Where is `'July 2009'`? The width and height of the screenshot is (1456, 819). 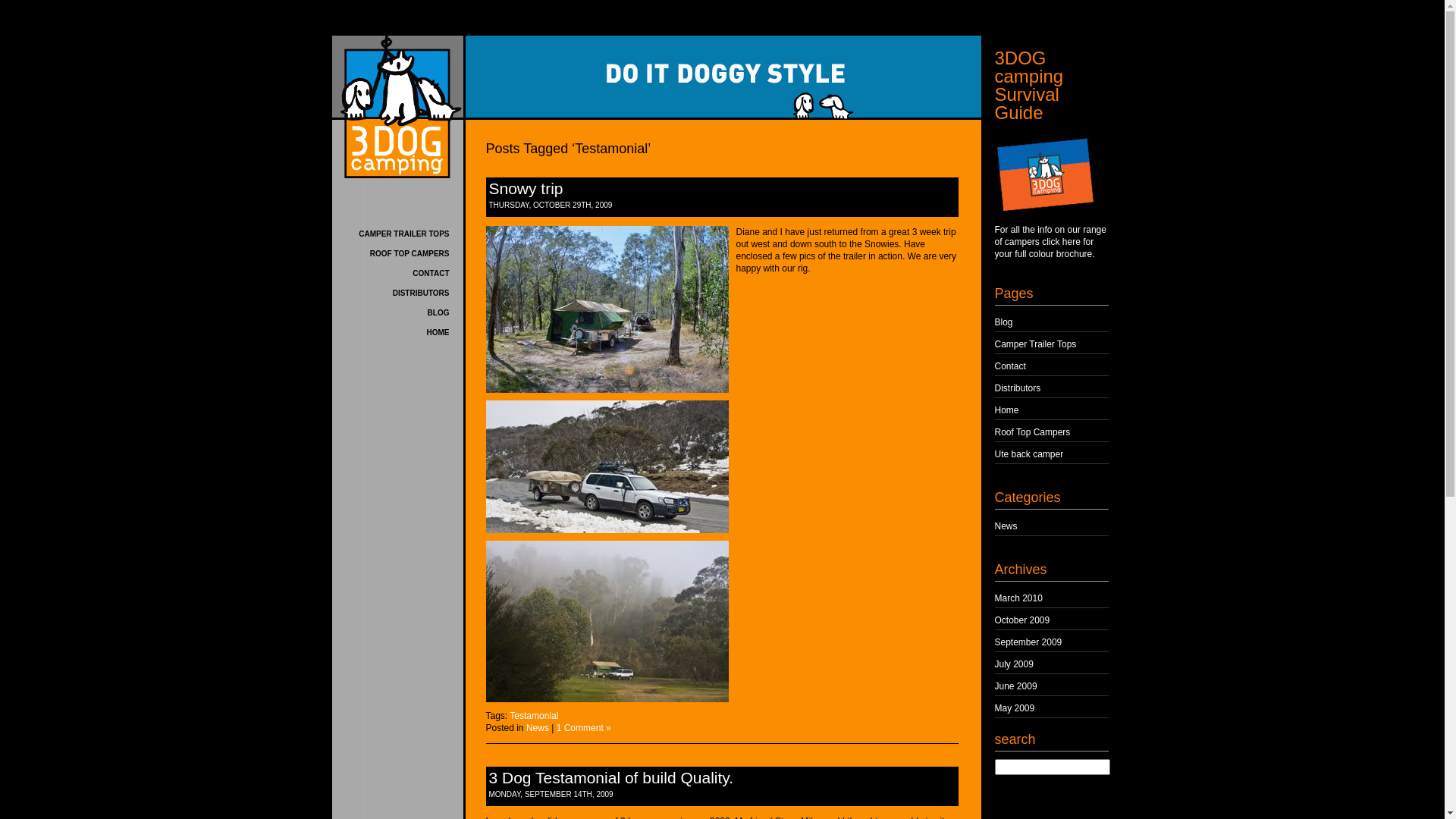 'July 2009' is located at coordinates (1014, 663).